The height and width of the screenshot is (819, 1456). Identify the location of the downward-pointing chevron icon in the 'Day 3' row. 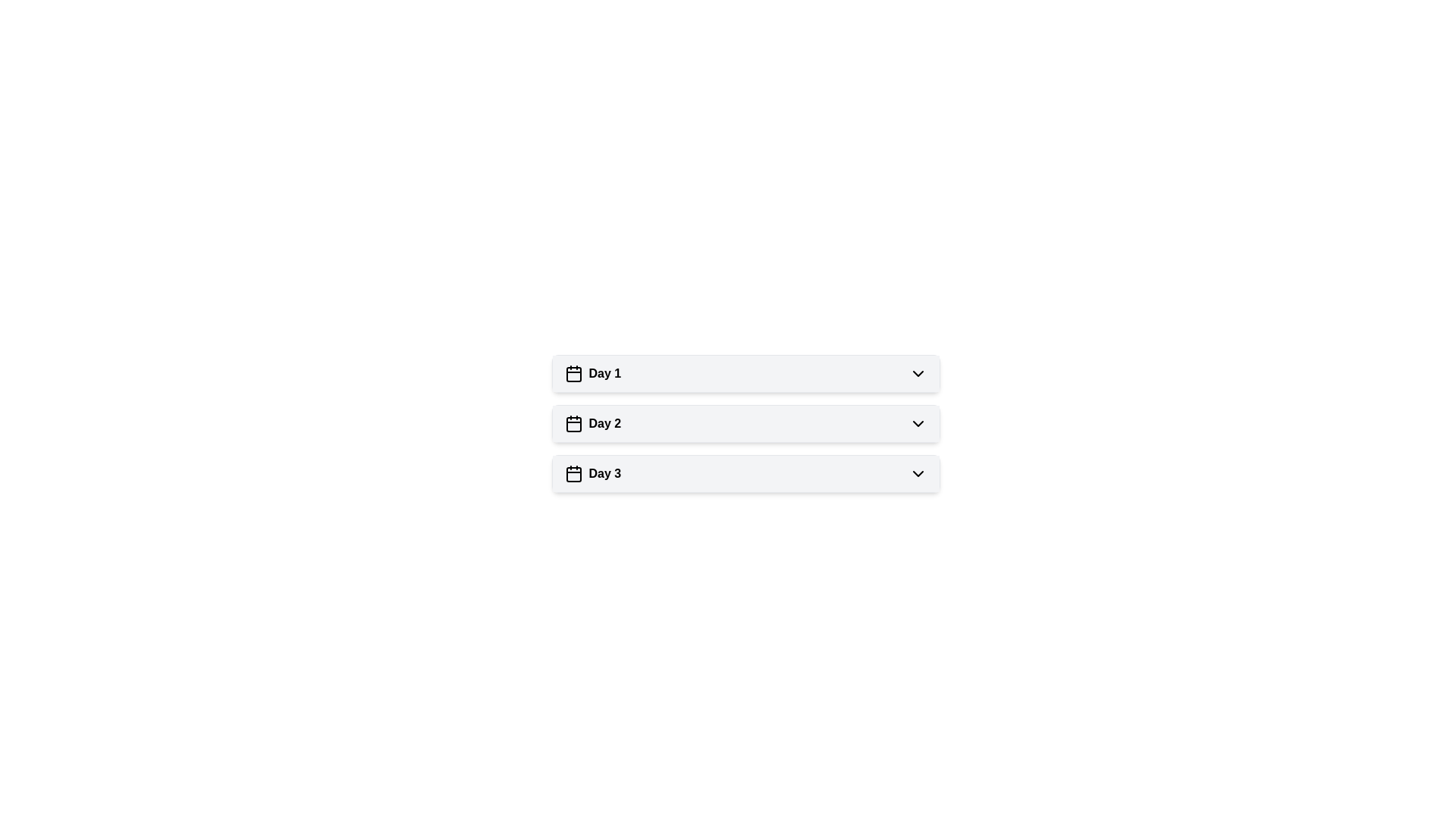
(917, 472).